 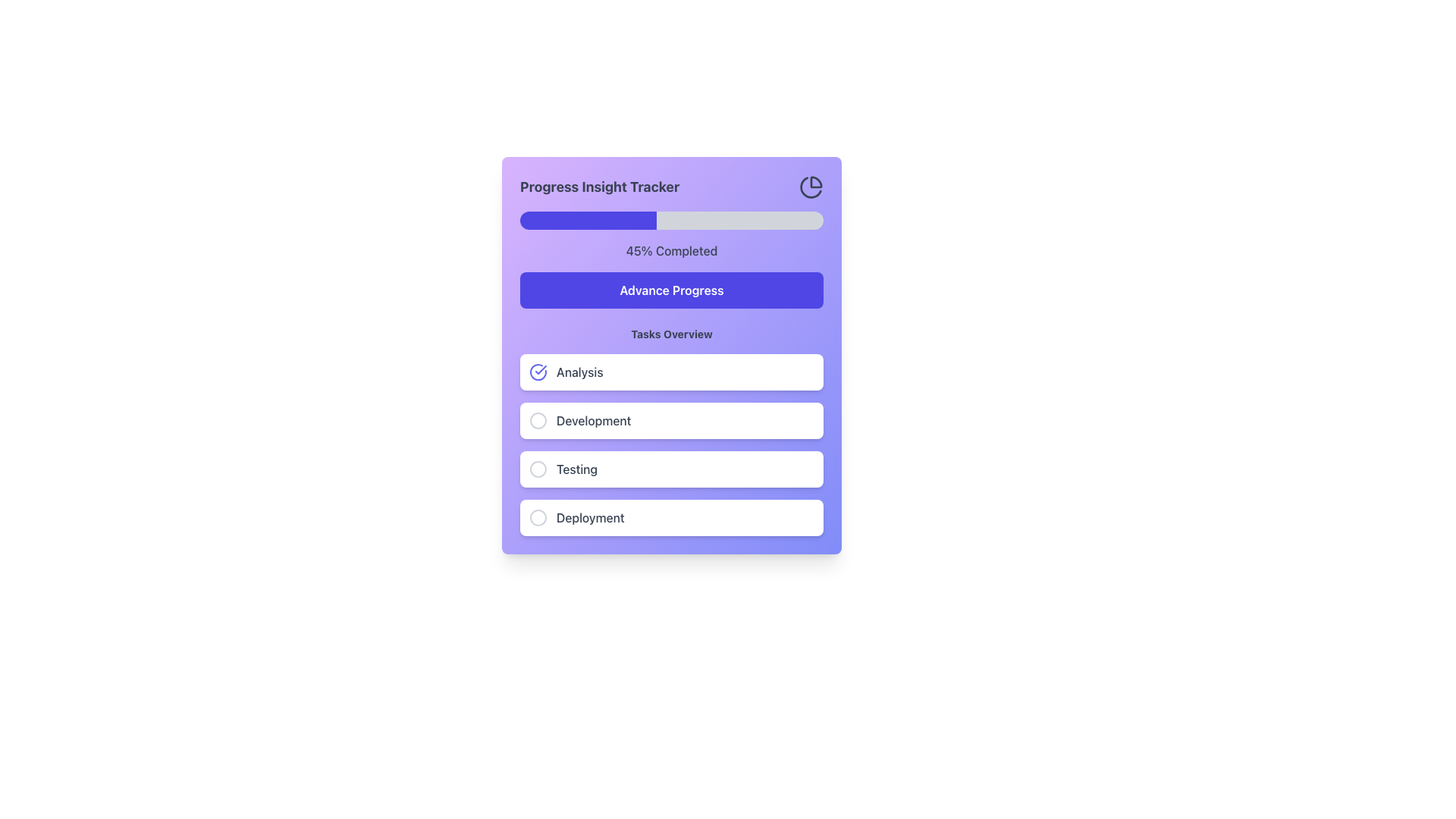 What do you see at coordinates (671, 250) in the screenshot?
I see `the text display component that shows '45% Completed', which is centered within a rectangular card above the 'Advance Progress' button` at bounding box center [671, 250].